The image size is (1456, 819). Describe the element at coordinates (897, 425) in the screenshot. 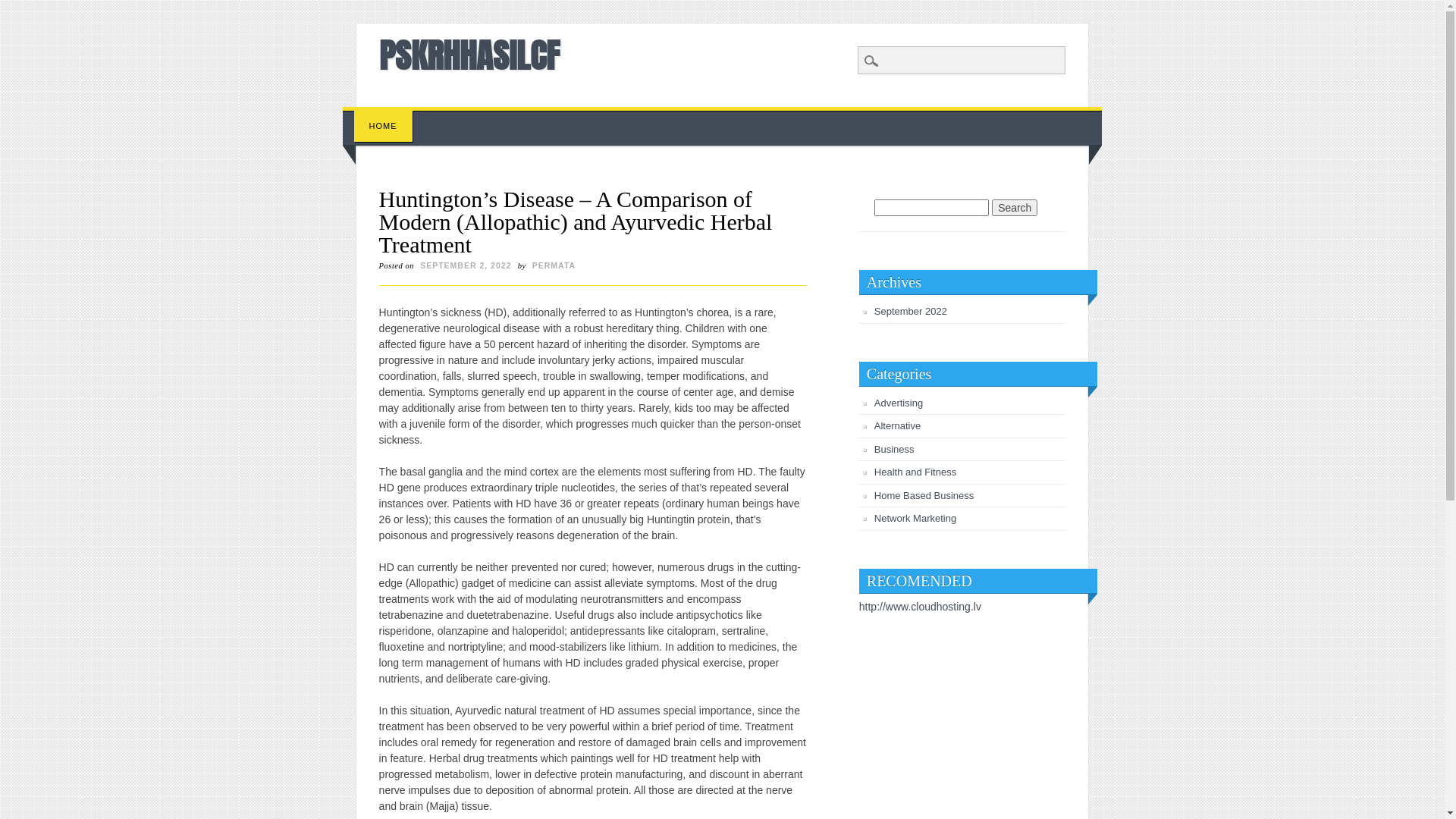

I see `'Alternative'` at that location.